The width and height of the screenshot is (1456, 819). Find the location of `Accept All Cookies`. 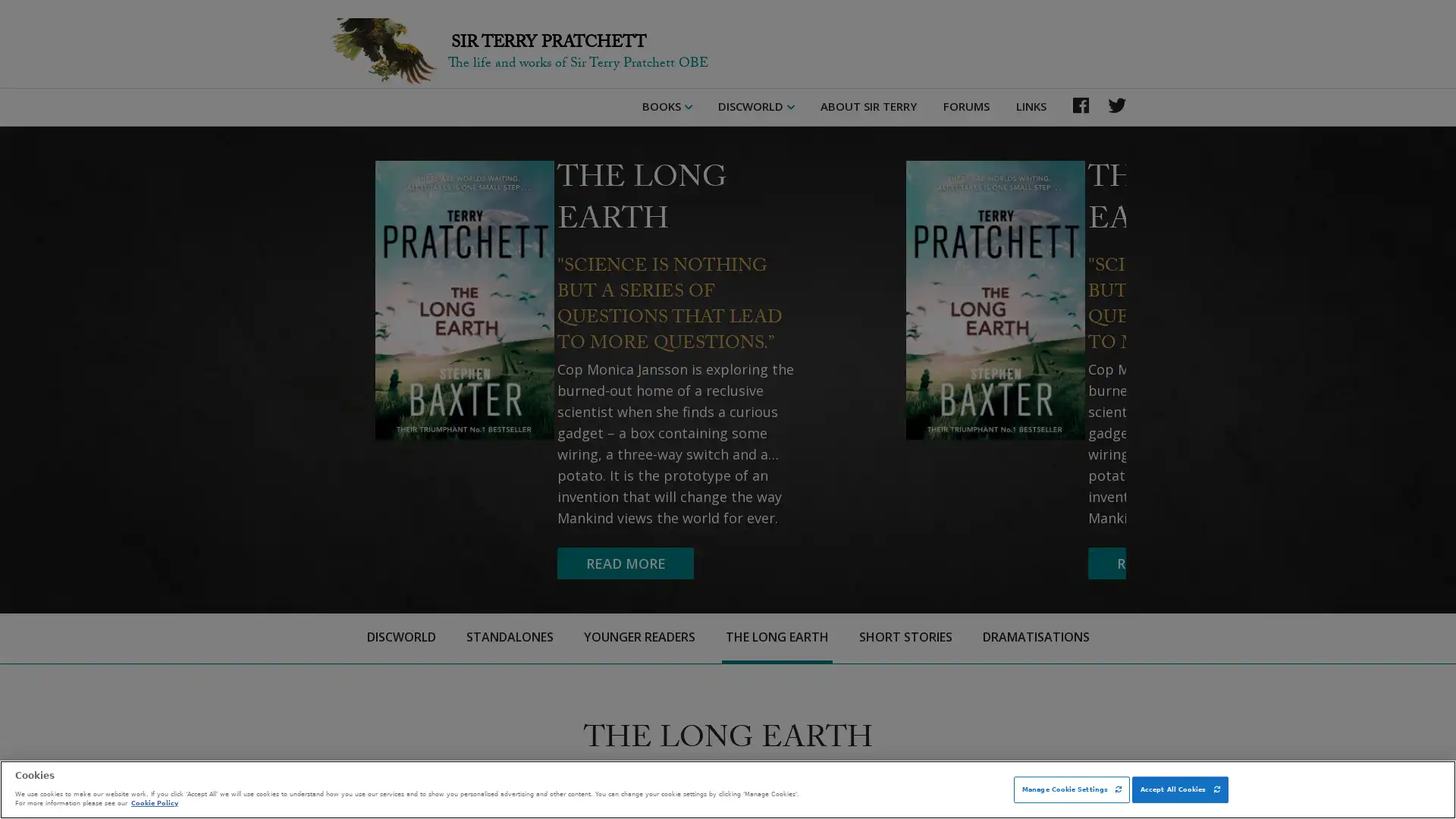

Accept All Cookies is located at coordinates (1178, 789).